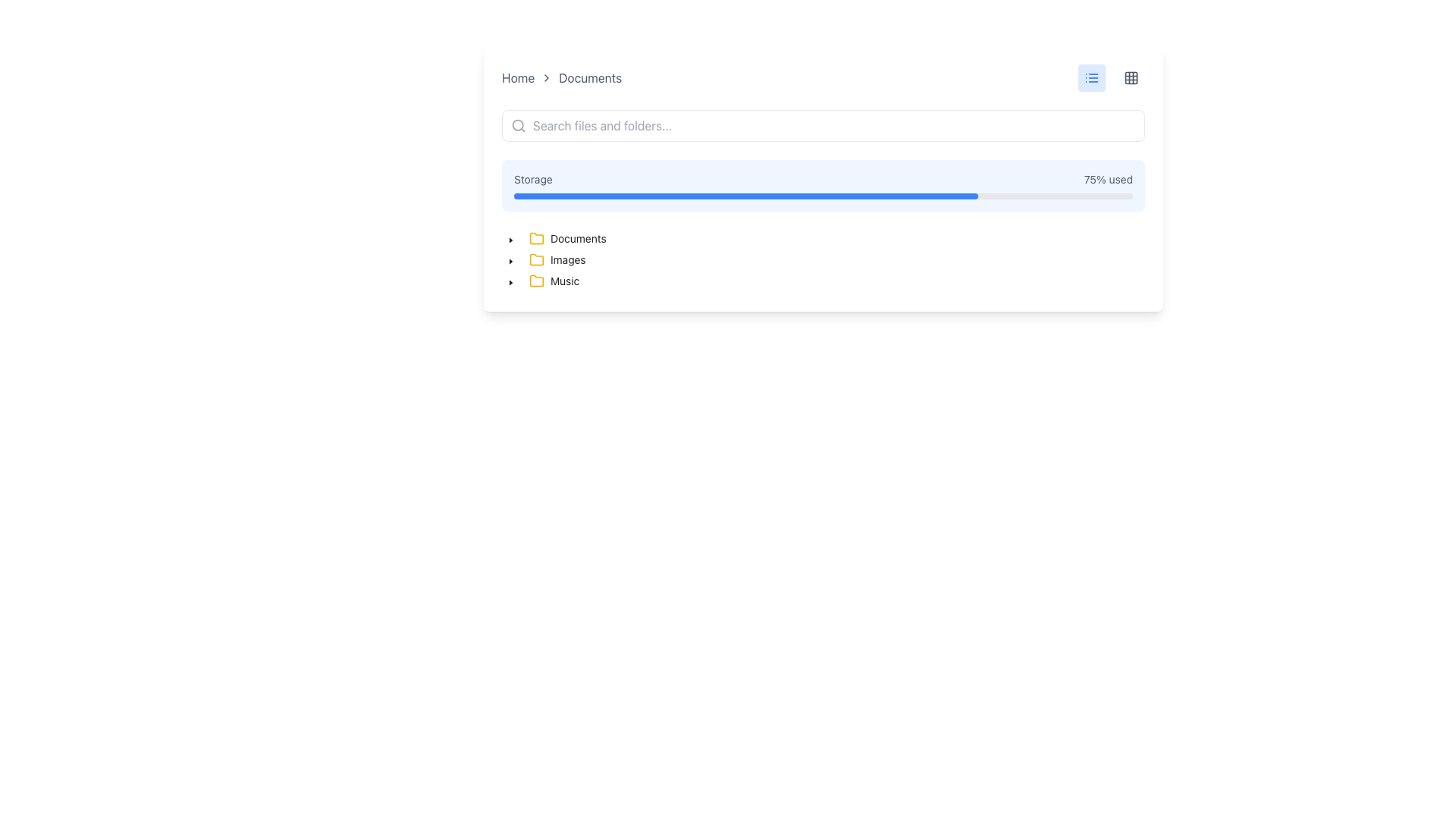  I want to click on the static text label displaying 'Storage' in grey font on a light blue background, which is part of the storage usage information section, so click(533, 178).